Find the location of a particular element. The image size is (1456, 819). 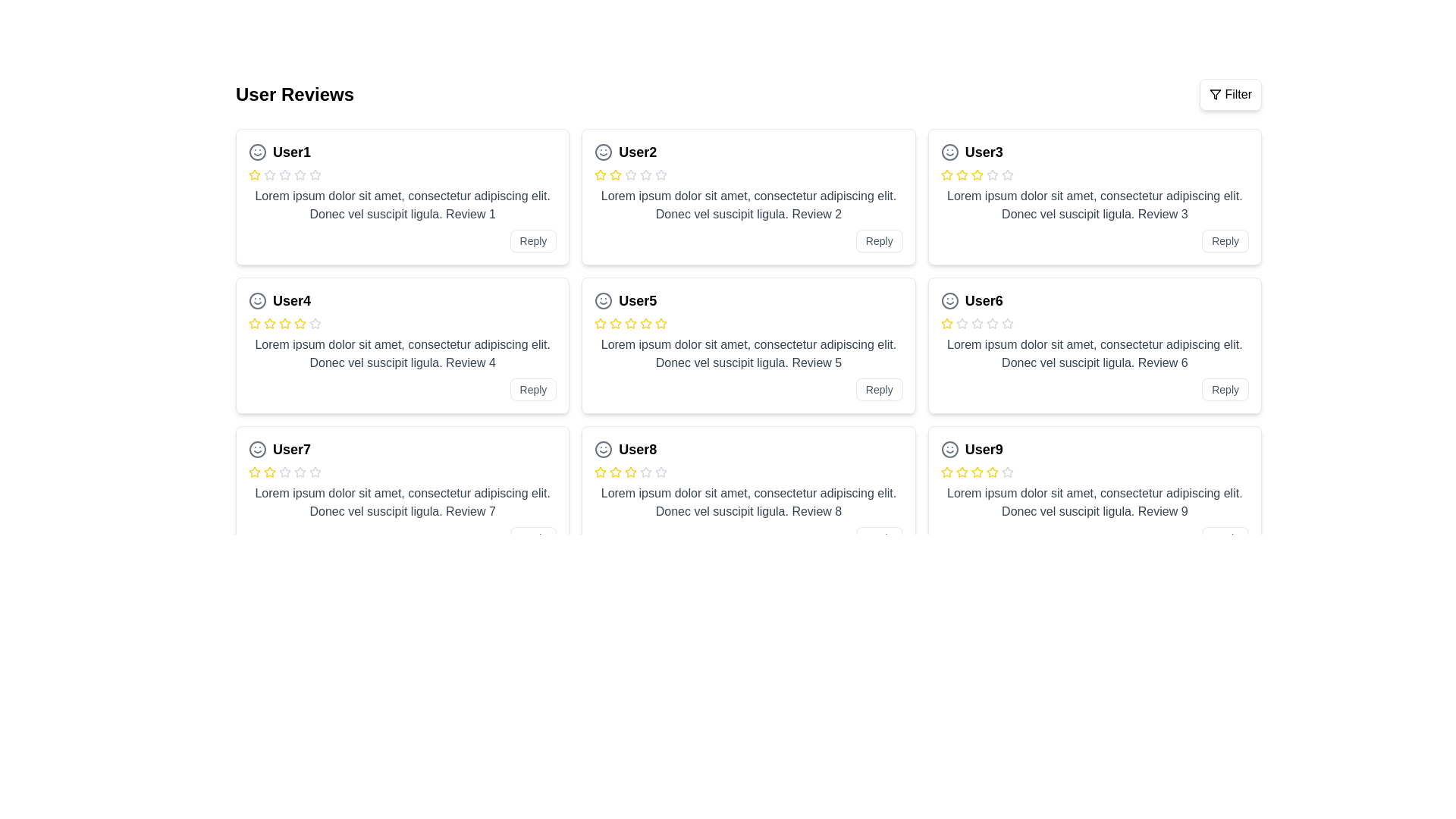

the 'Reply' button located at the bottom right corner of the card for 'User6' to respond to the review is located at coordinates (1225, 388).